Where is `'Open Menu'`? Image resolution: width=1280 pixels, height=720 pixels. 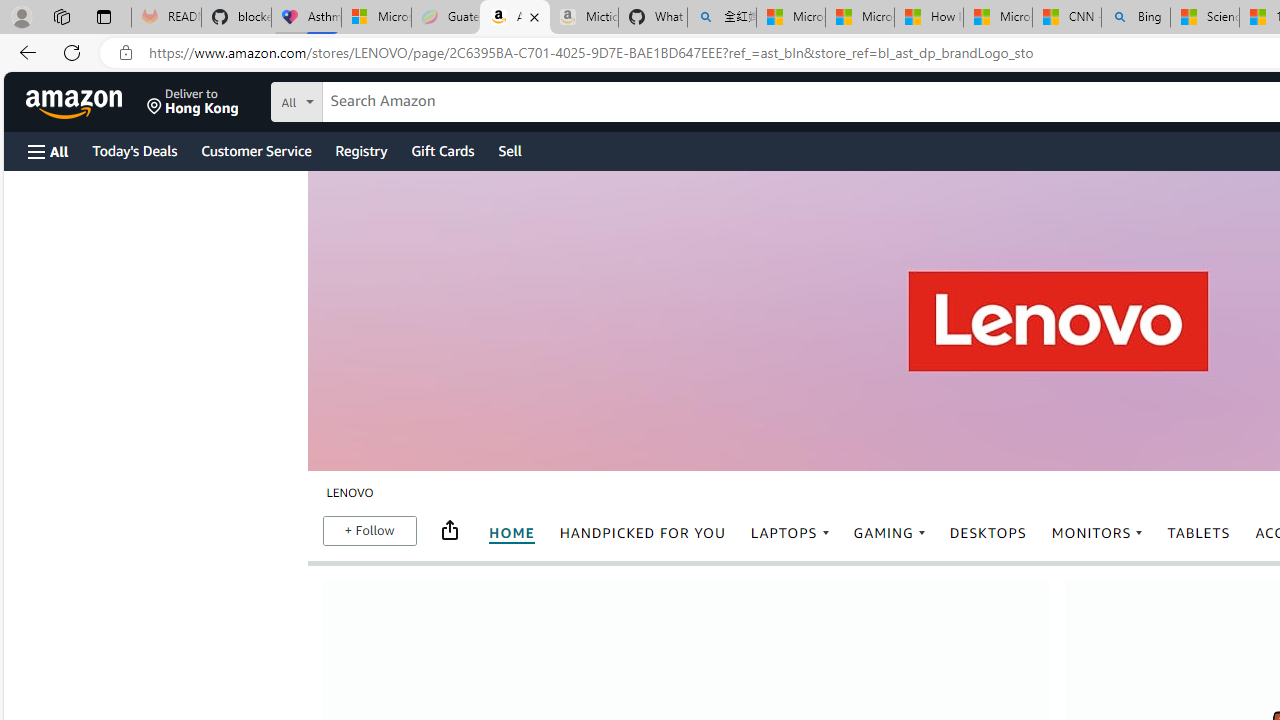 'Open Menu' is located at coordinates (48, 150).